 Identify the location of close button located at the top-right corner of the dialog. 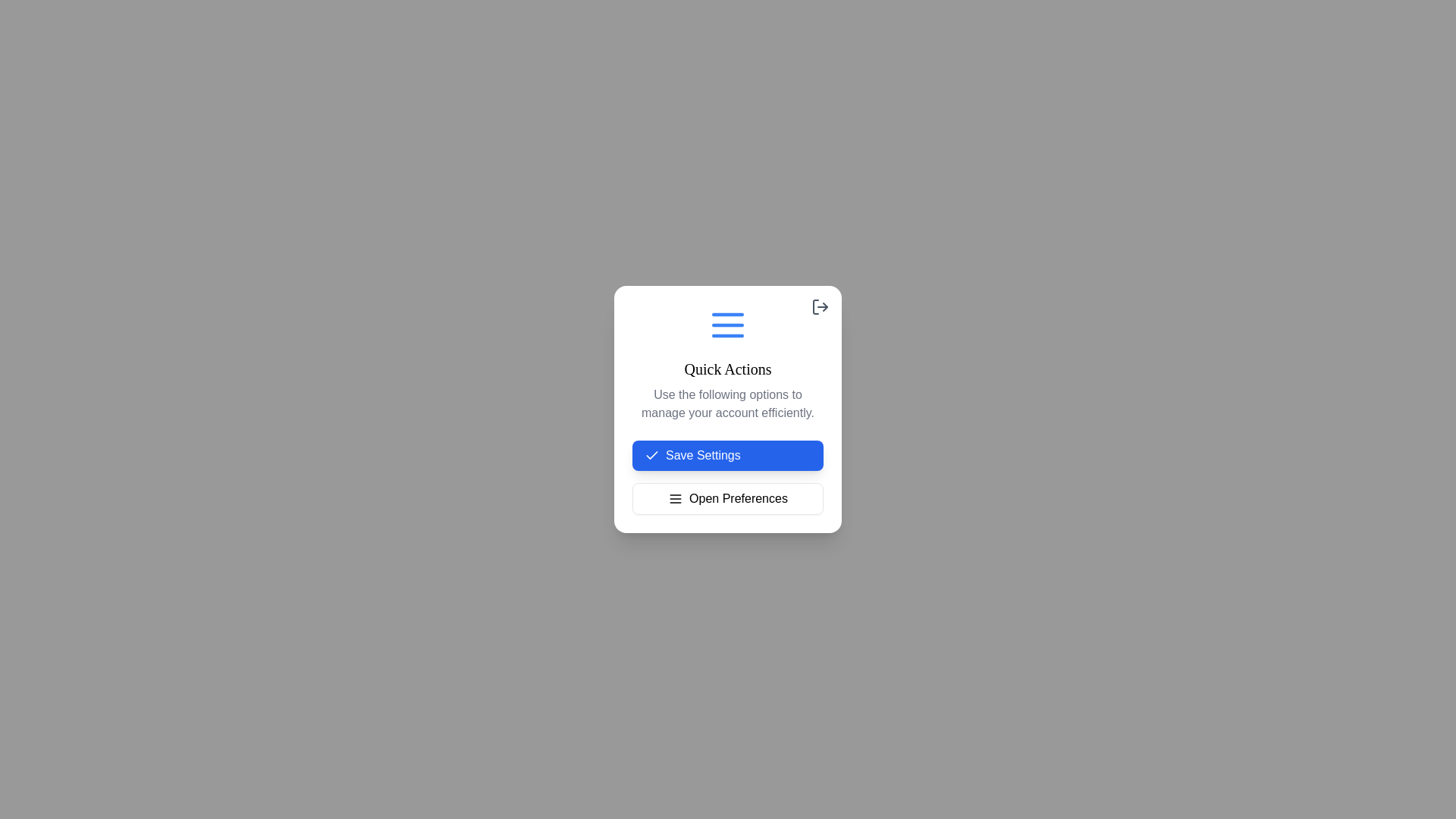
(819, 307).